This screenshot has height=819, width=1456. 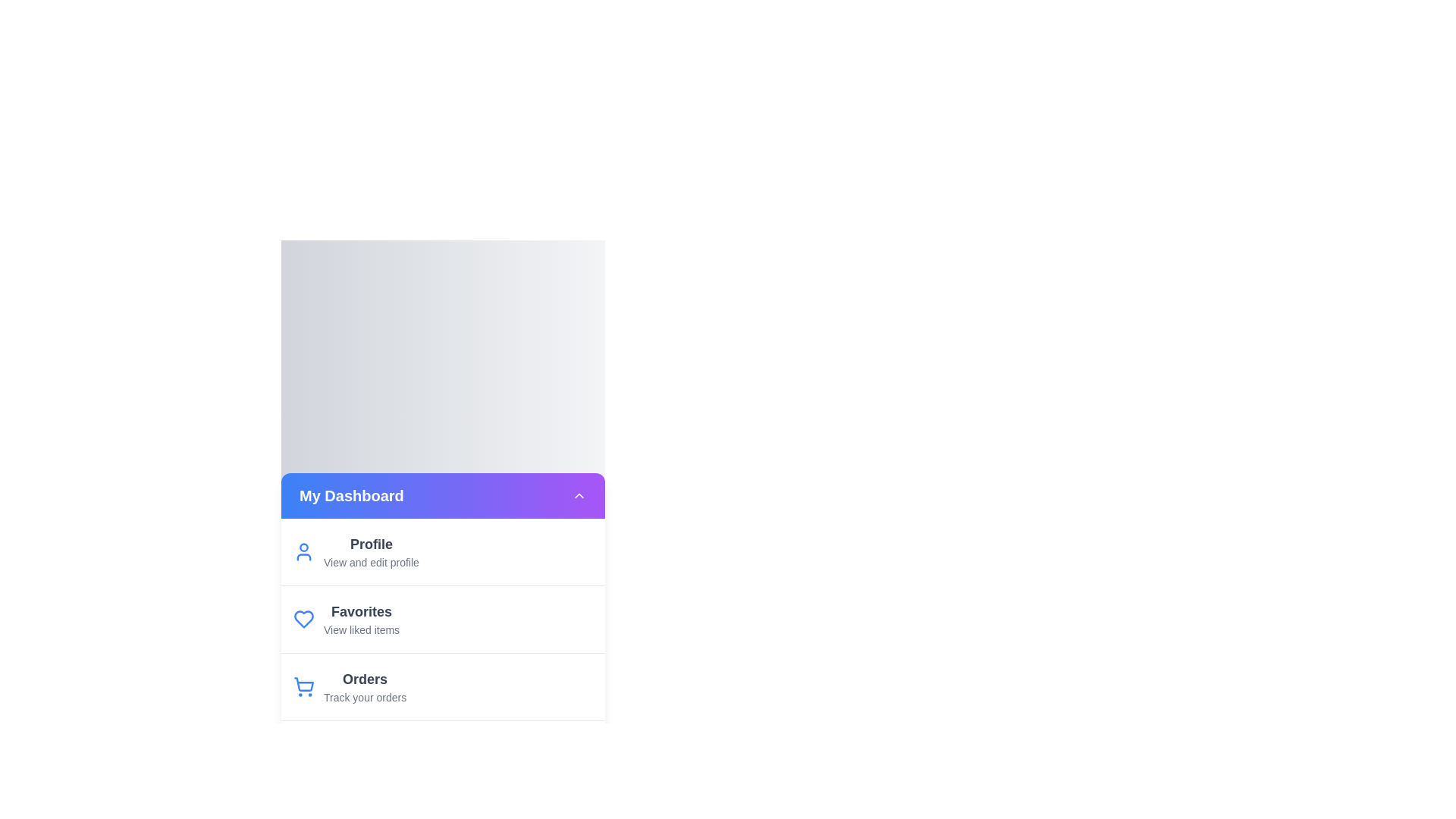 I want to click on the menu item labeled Profile, so click(x=442, y=551).